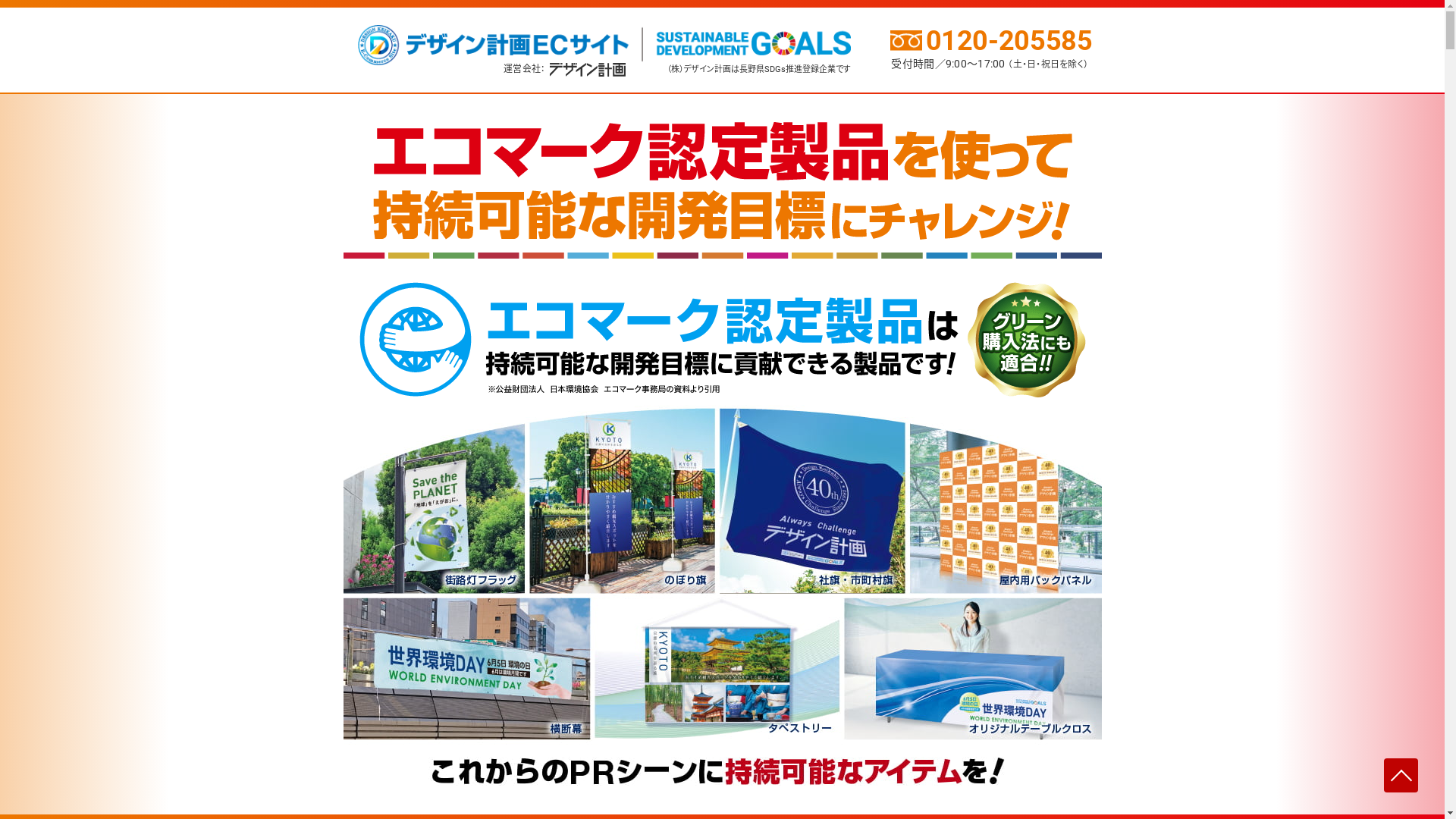  Describe the element at coordinates (990, 37) in the screenshot. I see `'0120-205585'` at that location.